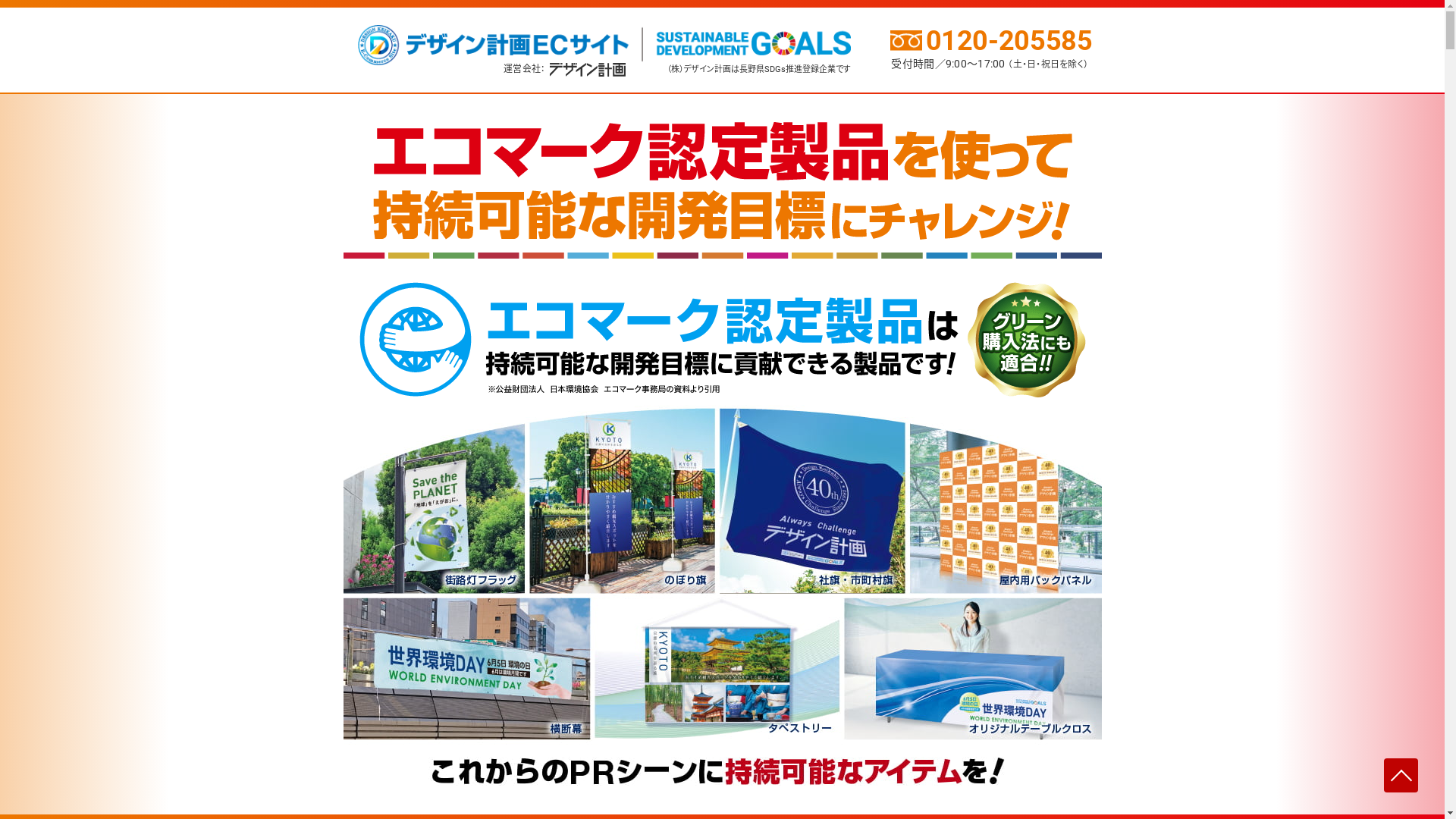  Describe the element at coordinates (990, 37) in the screenshot. I see `'0120-205585'` at that location.